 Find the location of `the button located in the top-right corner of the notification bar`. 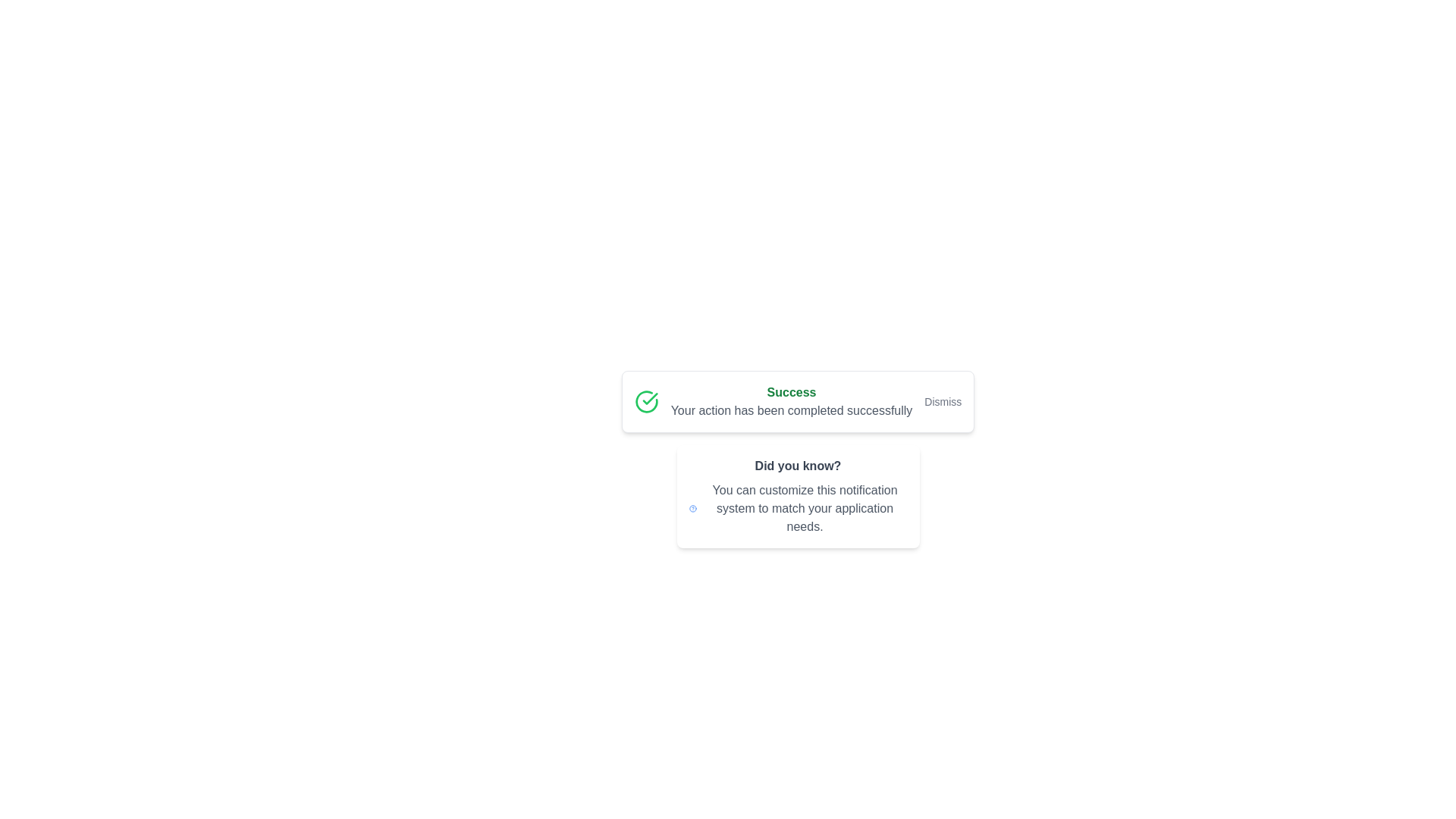

the button located in the top-right corner of the notification bar is located at coordinates (942, 400).